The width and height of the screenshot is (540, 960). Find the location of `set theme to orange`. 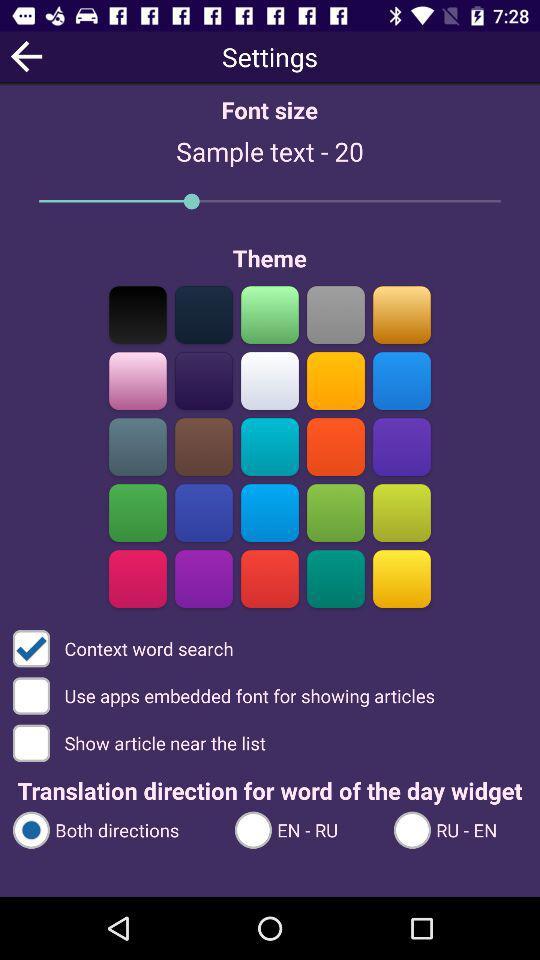

set theme to orange is located at coordinates (401, 314).